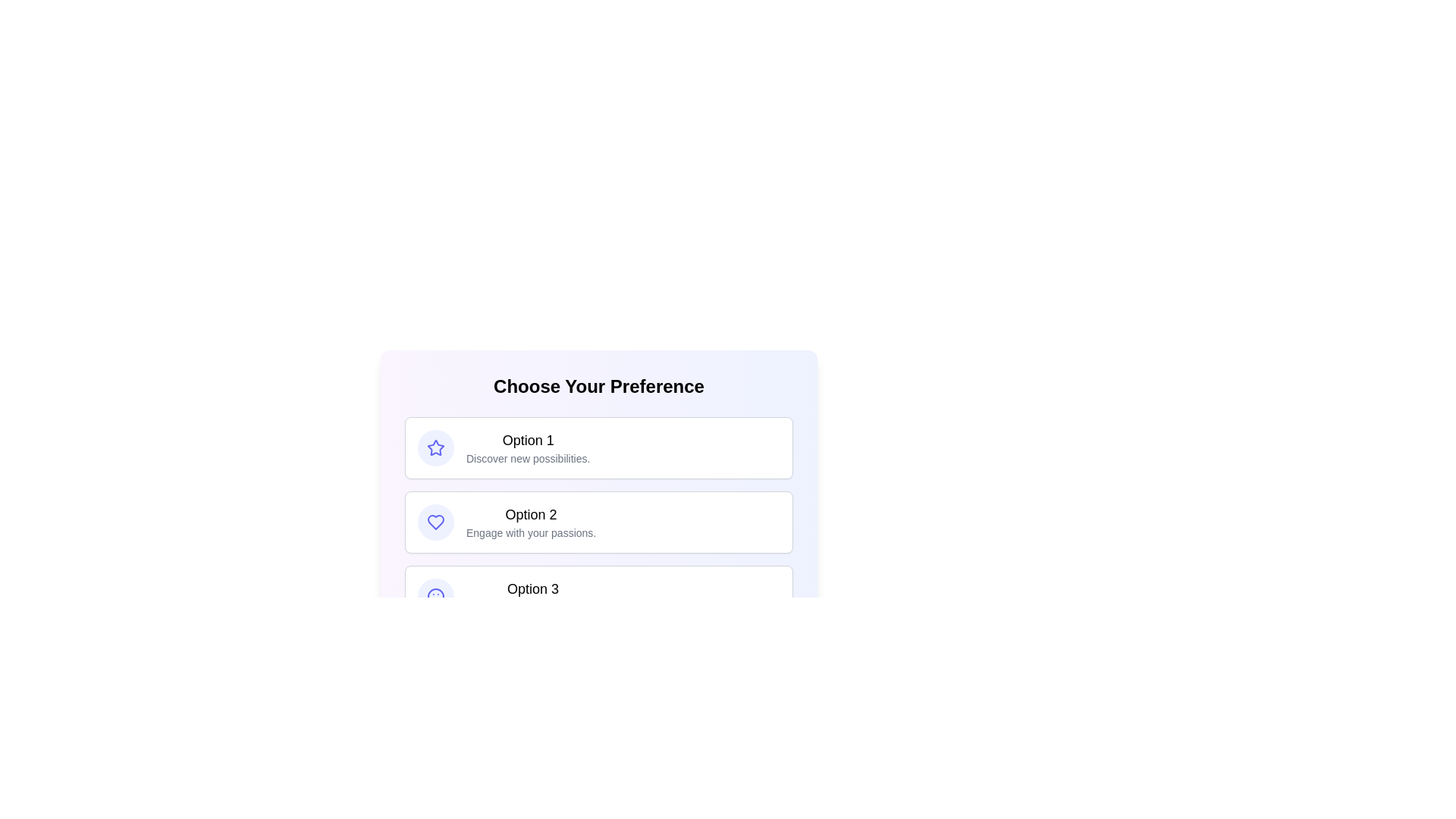 Image resolution: width=1456 pixels, height=819 pixels. What do you see at coordinates (435, 522) in the screenshot?
I see `the heart-shaped icon with a blue outline located to the left of the 'Option 2' text in the preference selection list` at bounding box center [435, 522].